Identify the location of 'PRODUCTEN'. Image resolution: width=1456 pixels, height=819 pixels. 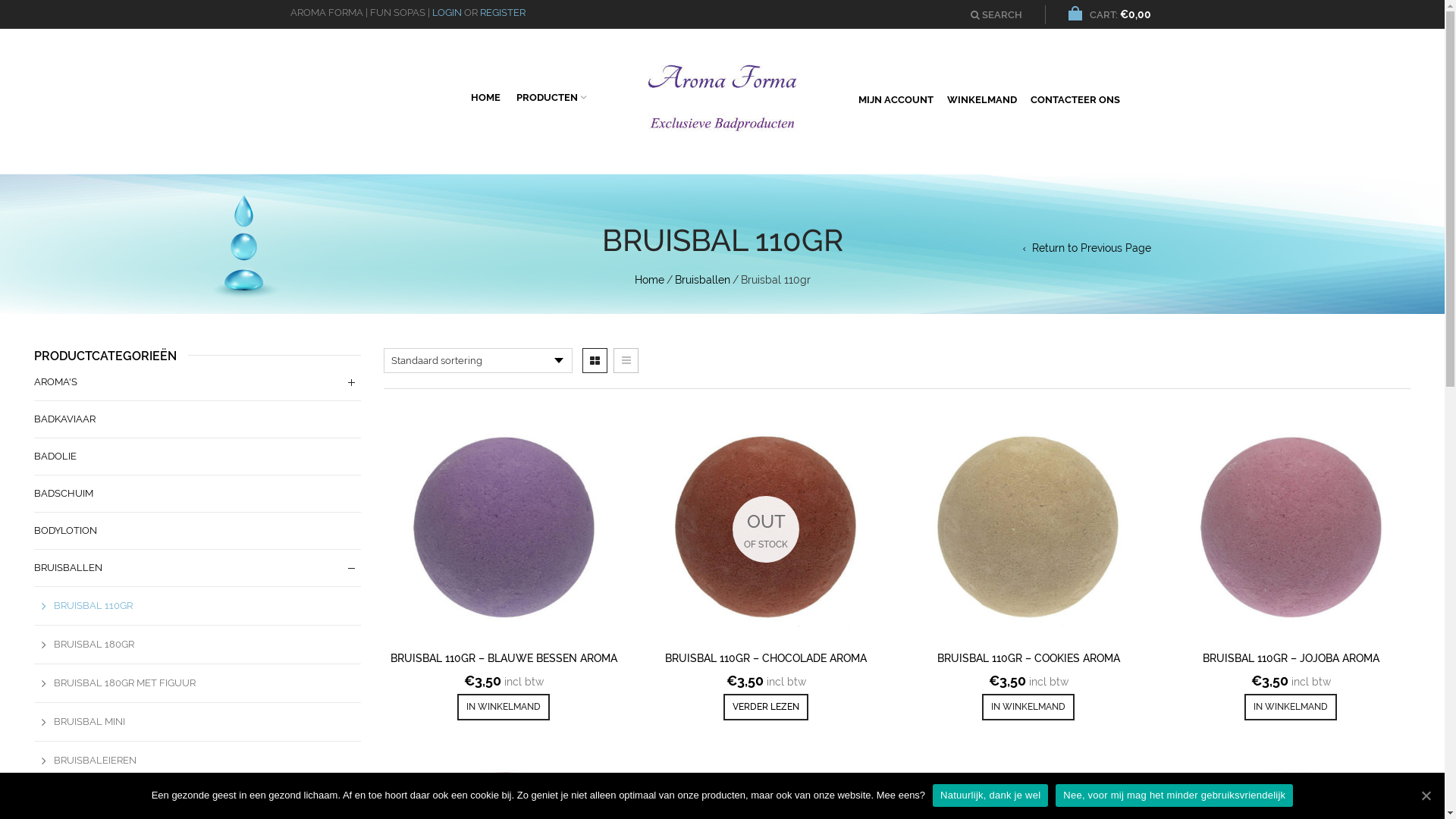
(550, 96).